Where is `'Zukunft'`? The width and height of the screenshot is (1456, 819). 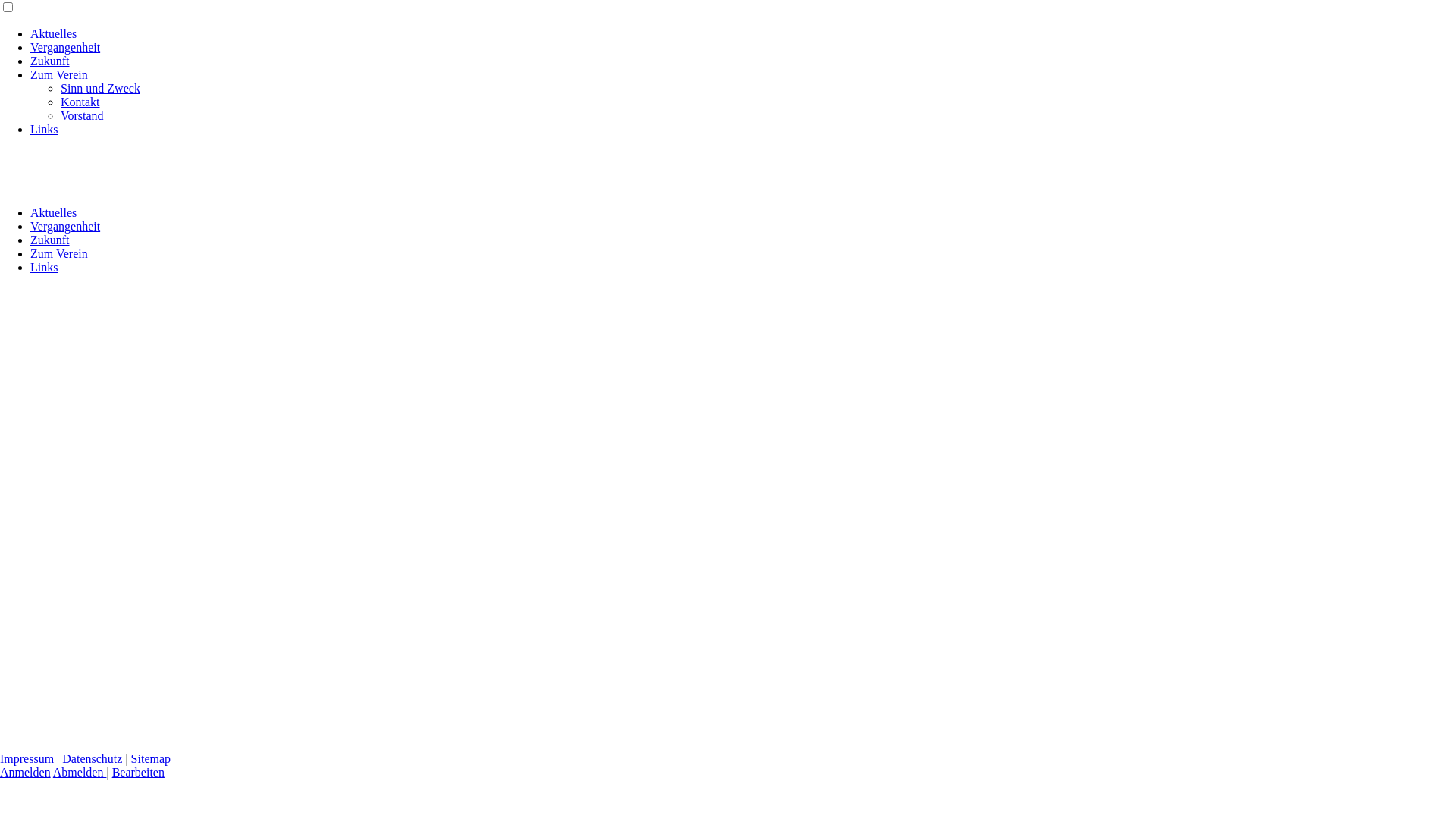
'Zukunft' is located at coordinates (50, 60).